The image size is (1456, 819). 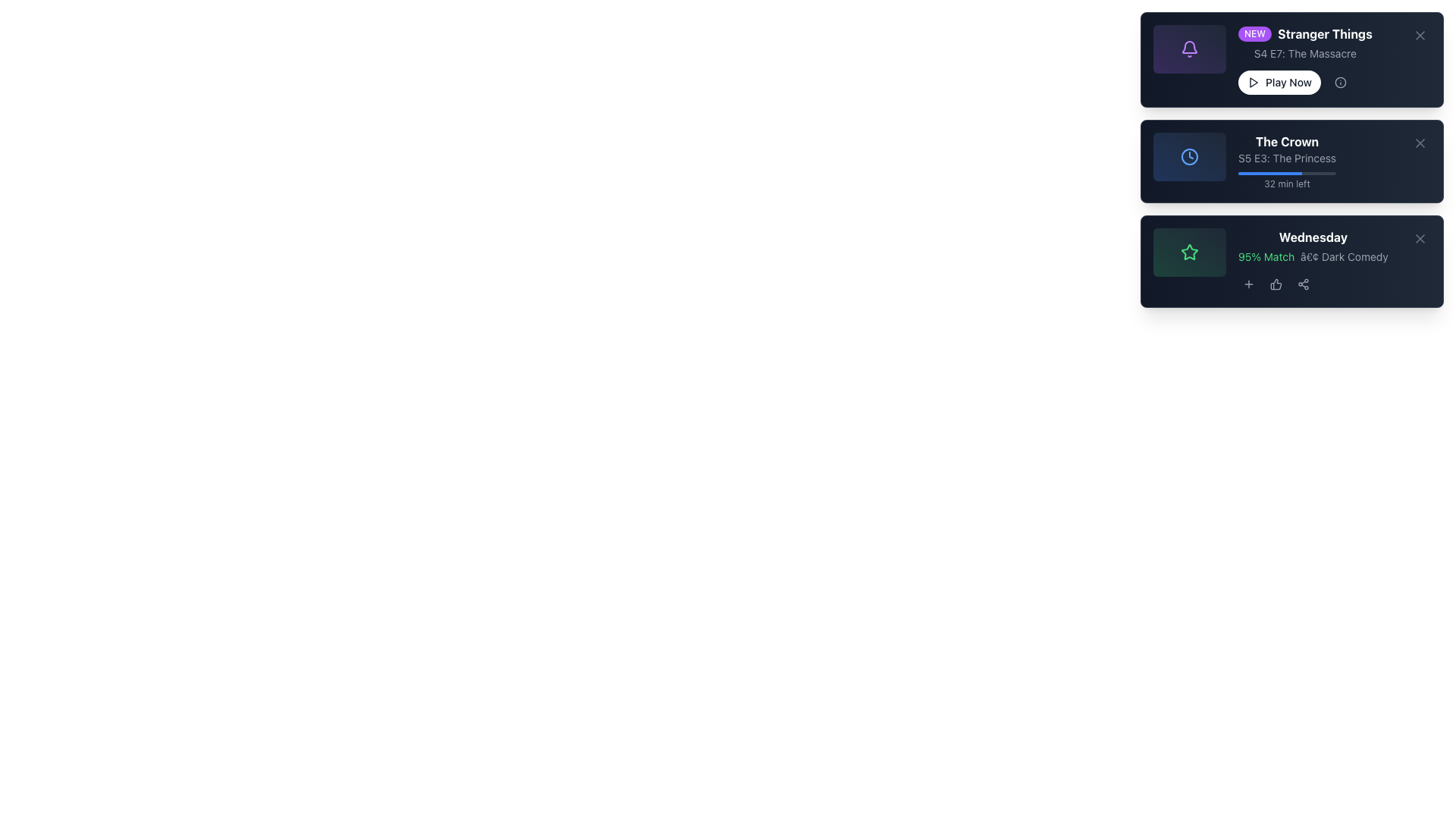 What do you see at coordinates (1419, 143) in the screenshot?
I see `the 'X' icon button in the top-right corner of 'The Crown' card` at bounding box center [1419, 143].